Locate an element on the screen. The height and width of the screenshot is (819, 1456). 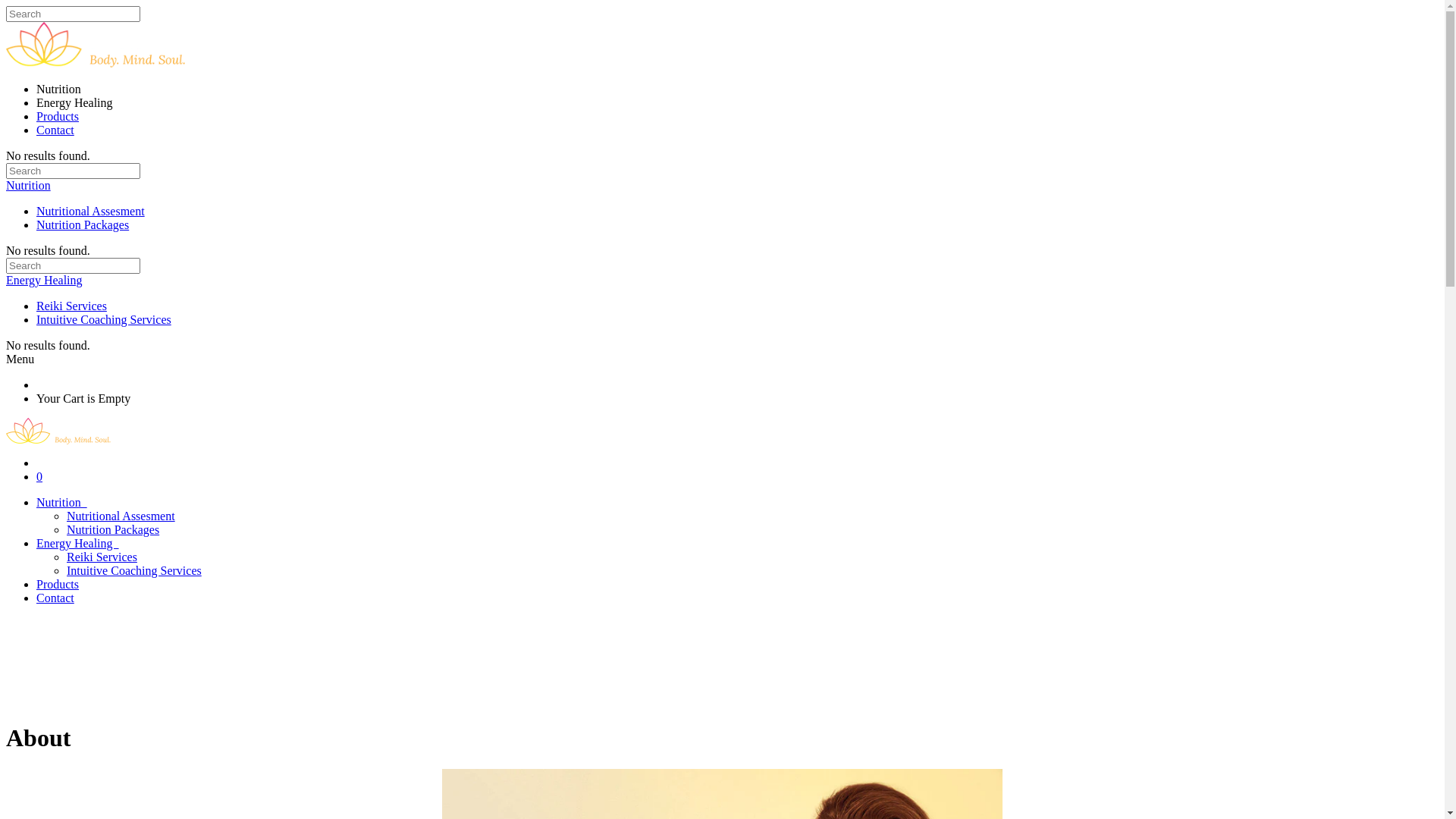
'Products' is located at coordinates (58, 115).